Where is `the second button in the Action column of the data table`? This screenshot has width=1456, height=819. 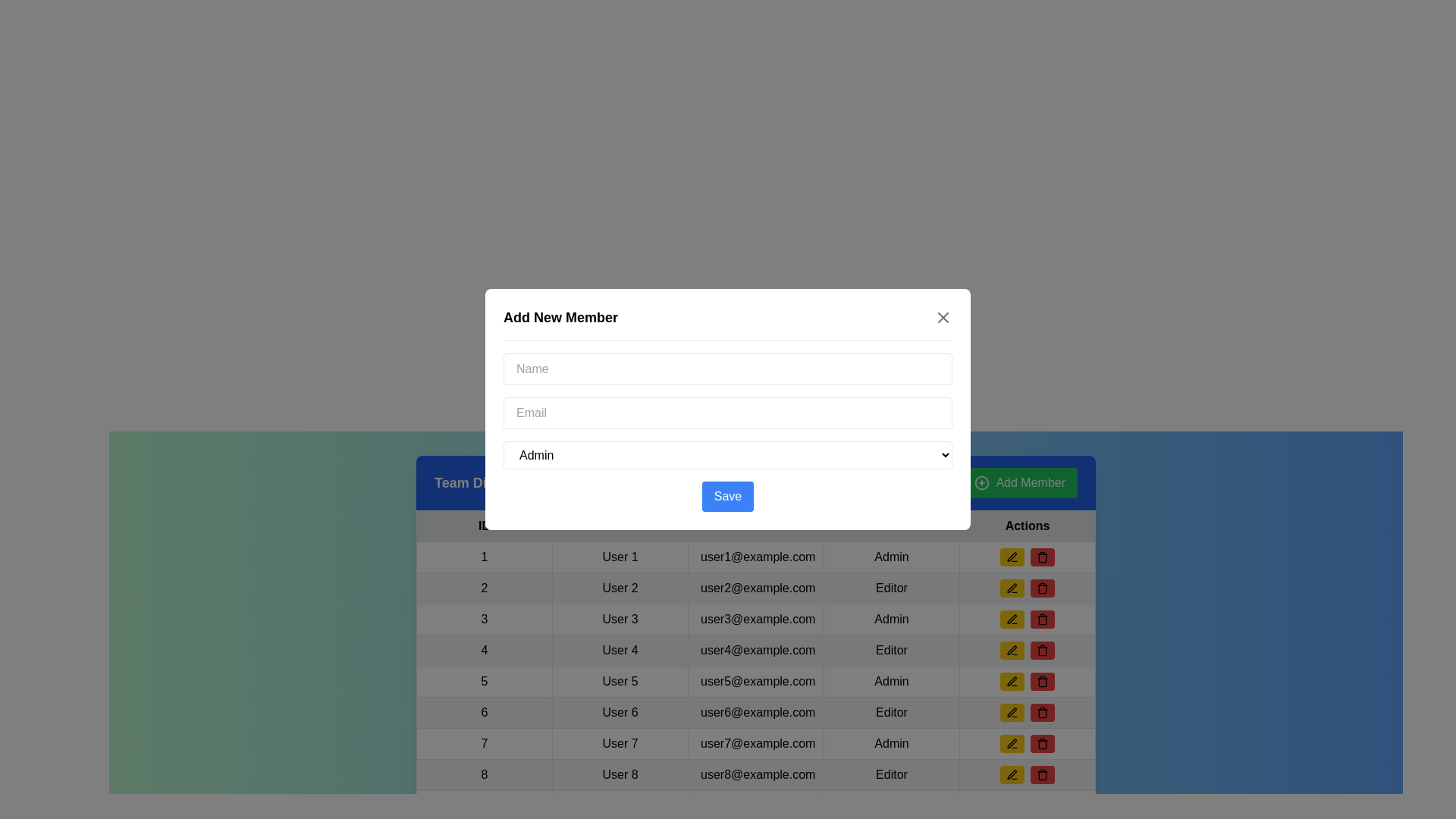 the second button in the Action column of the data table is located at coordinates (1041, 649).